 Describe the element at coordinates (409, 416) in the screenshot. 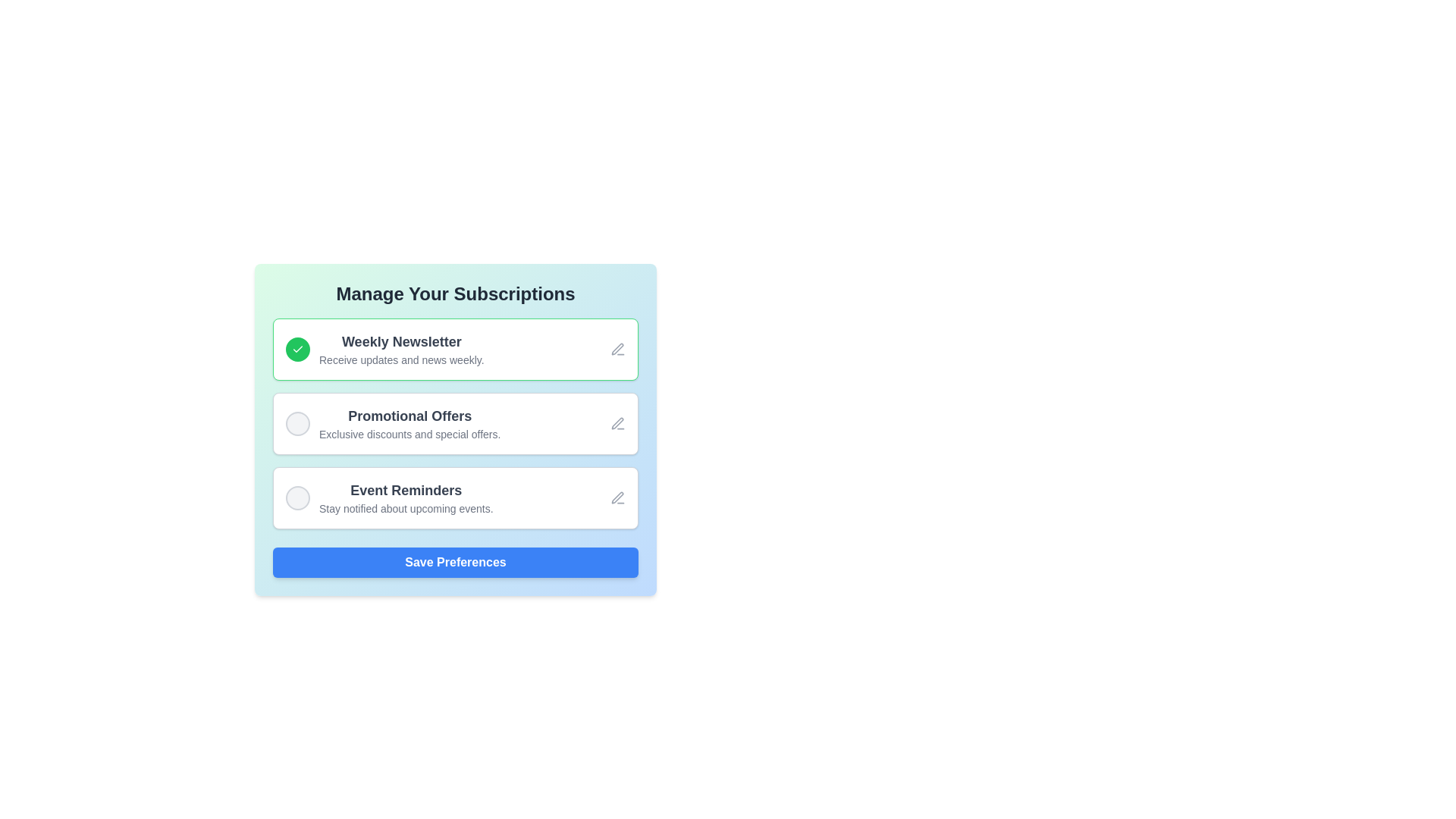

I see `the text label displaying 'Promotional Offers', which is the top text line within the card labeled 'Promotional Offers', located below the 'Weekly Newsletter' card and above the 'Event Reminders' card` at that location.